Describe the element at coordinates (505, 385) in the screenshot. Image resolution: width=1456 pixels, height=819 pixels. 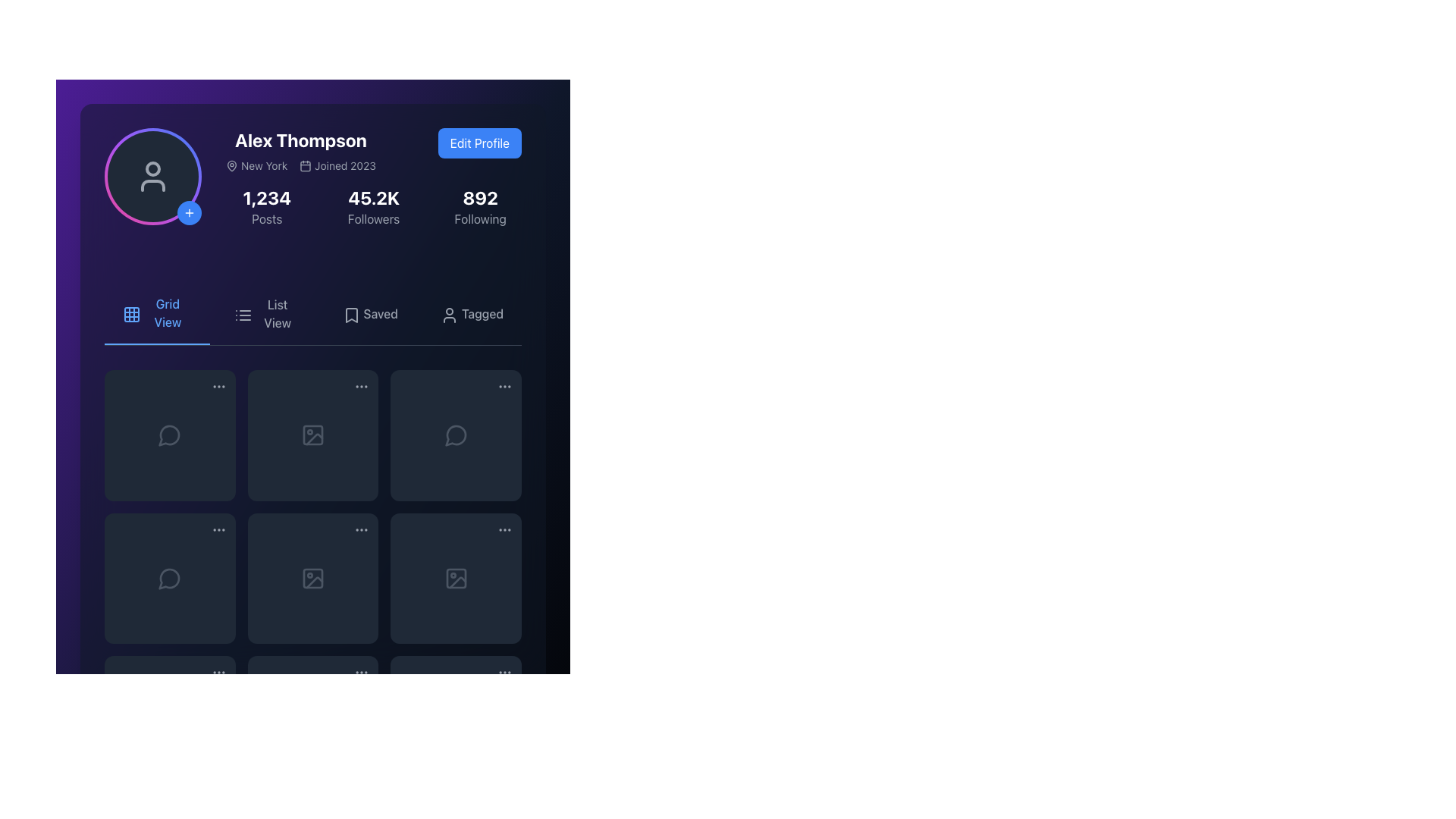
I see `the compact button featuring a triple-dot icon located in the top-right corner of a grid cell` at that location.